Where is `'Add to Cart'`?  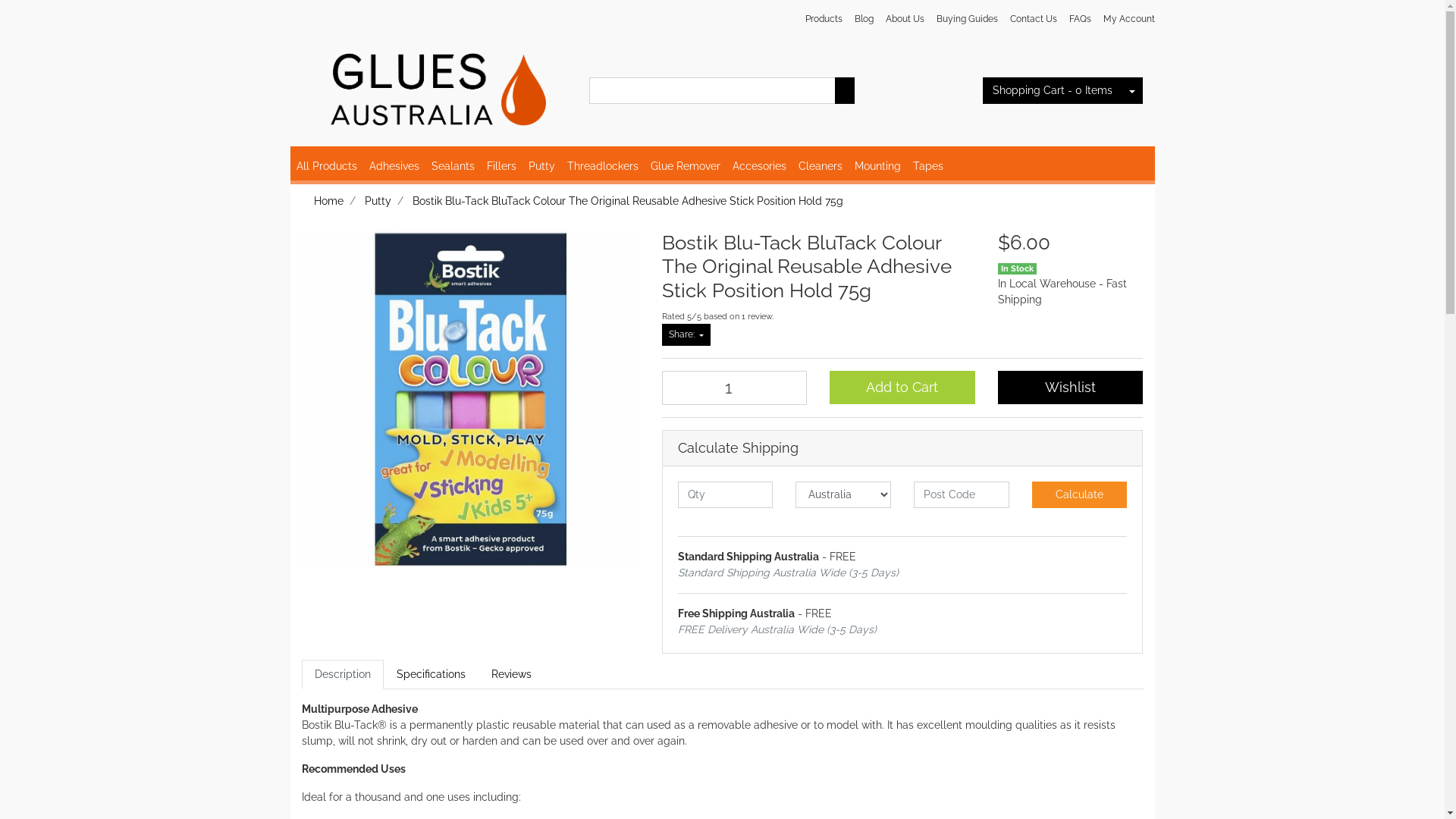 'Add to Cart' is located at coordinates (902, 386).